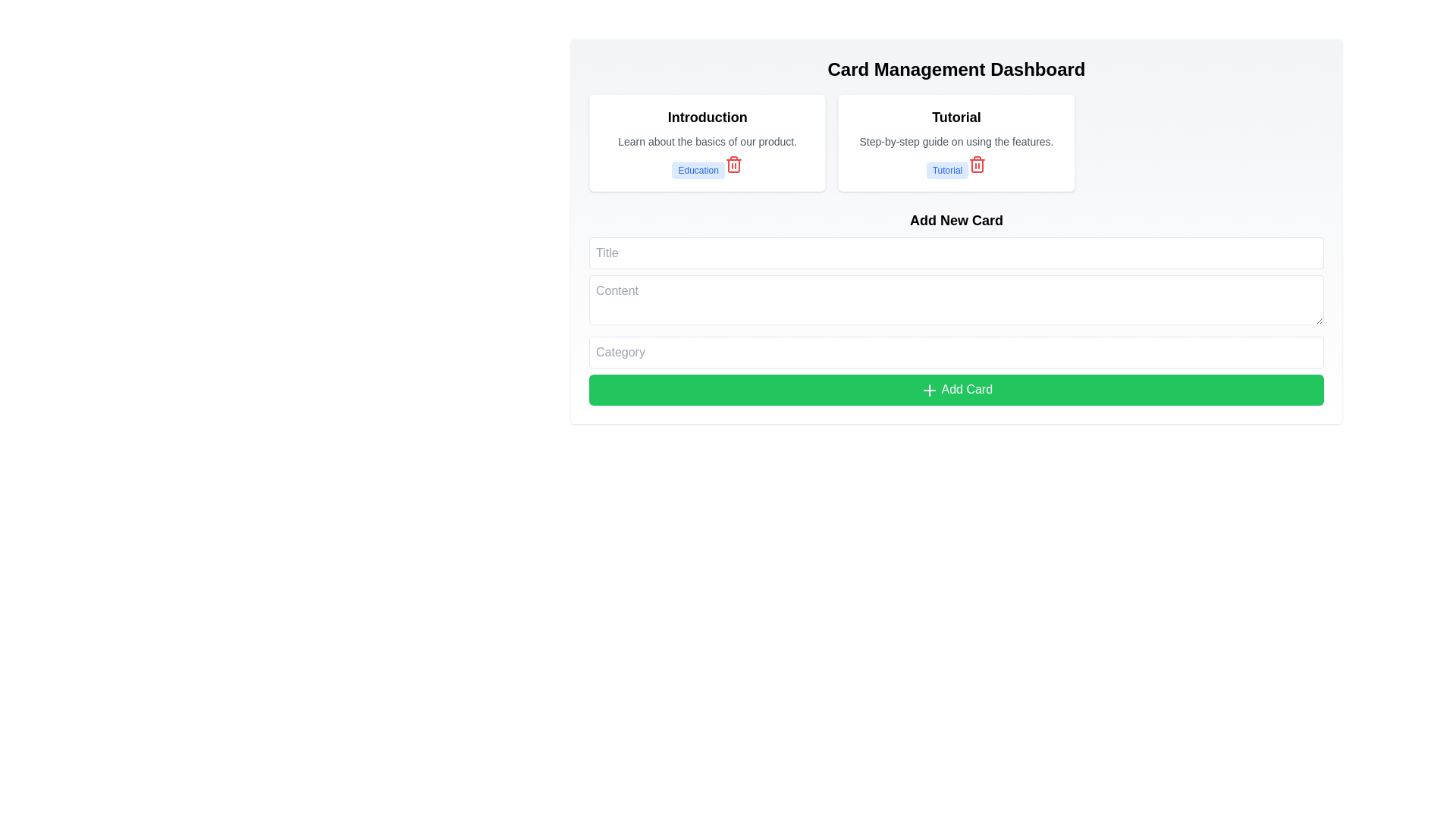  What do you see at coordinates (733, 166) in the screenshot?
I see `the vertical graphical line of the trash bin icon, which is located on the right side of the 'Introduction' card in the dashboard` at bounding box center [733, 166].